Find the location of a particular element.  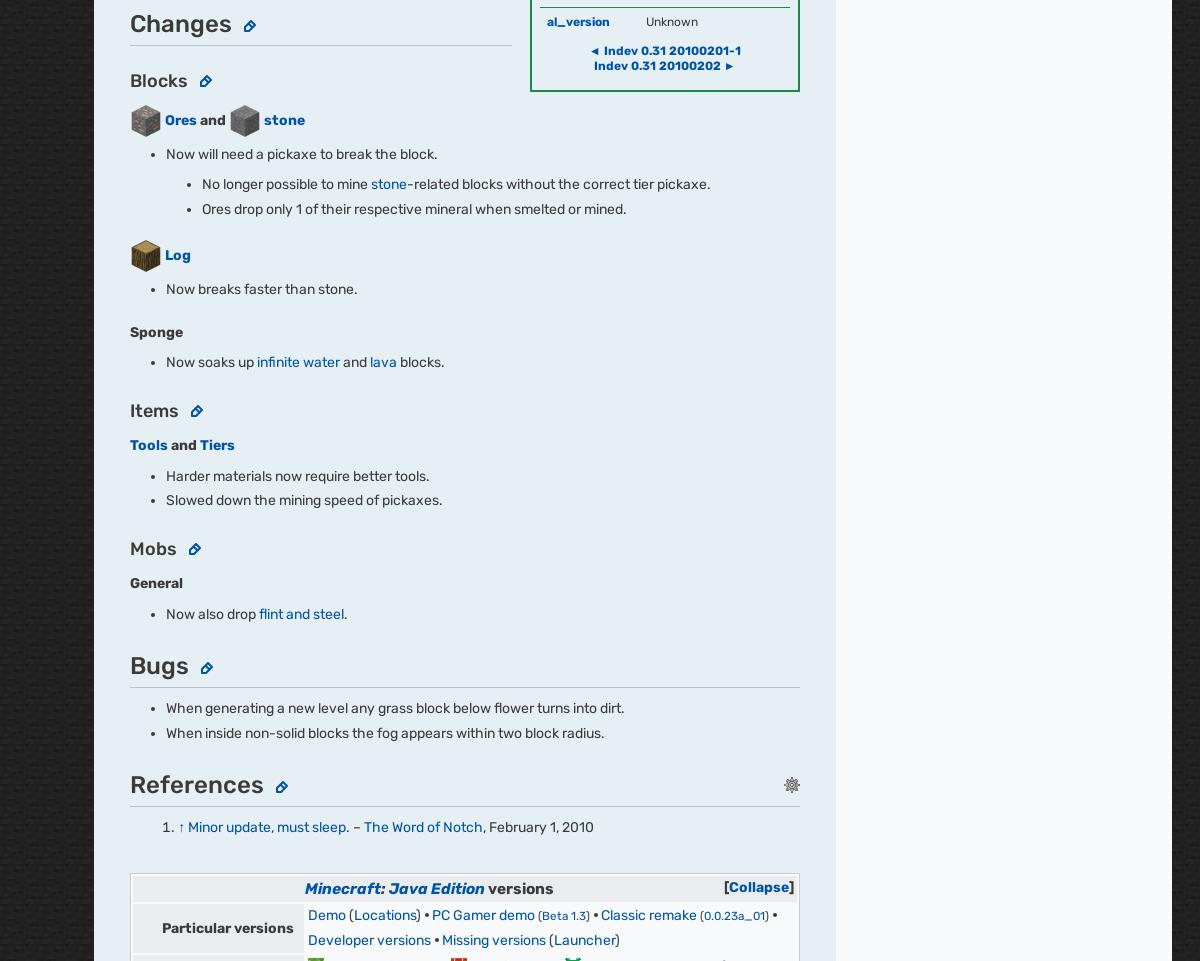

'Fandom' is located at coordinates (141, 351).